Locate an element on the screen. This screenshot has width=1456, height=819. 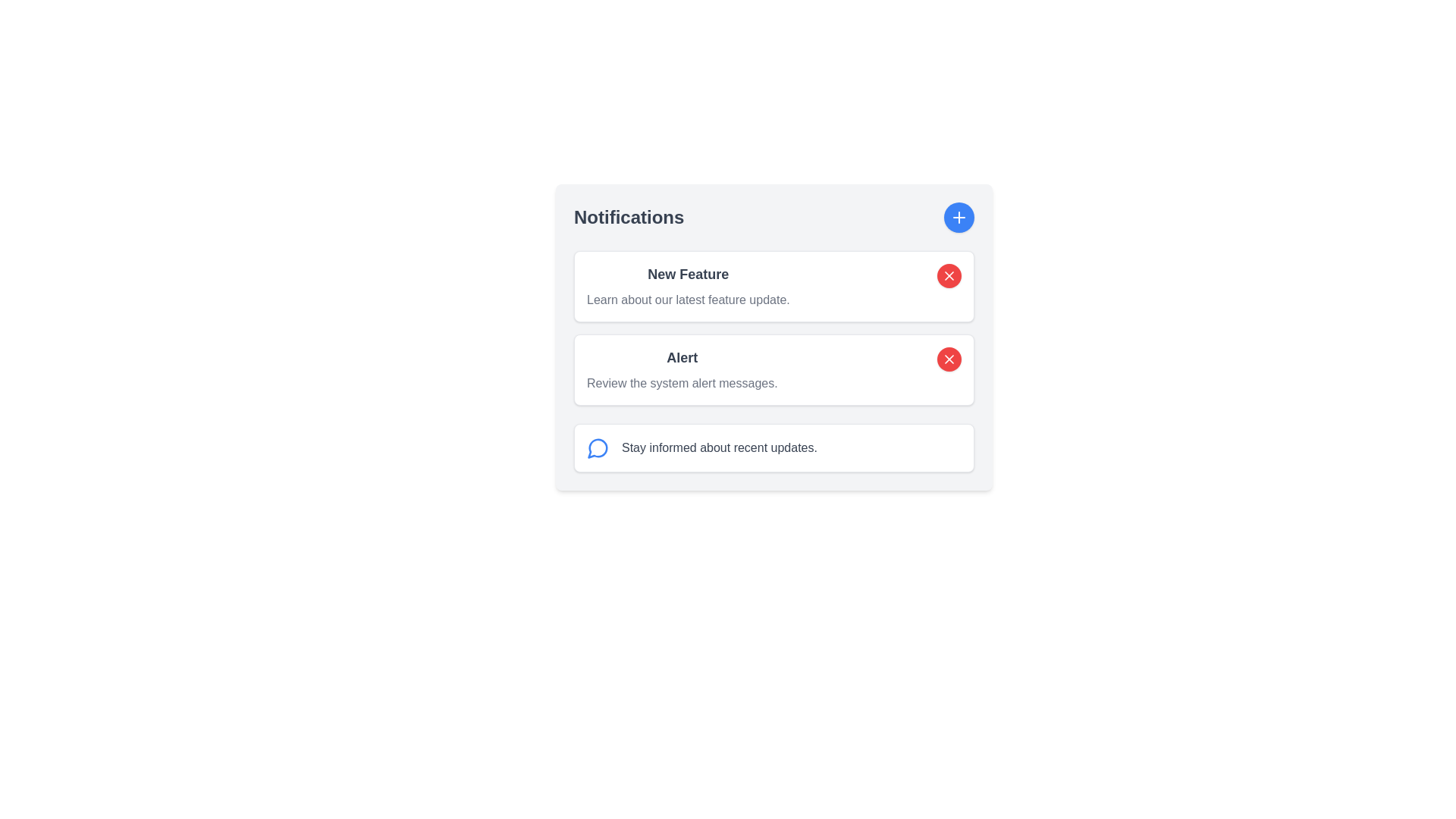
the explanatory text element located below the 'Alert' heading in the notification panel is located at coordinates (681, 382).